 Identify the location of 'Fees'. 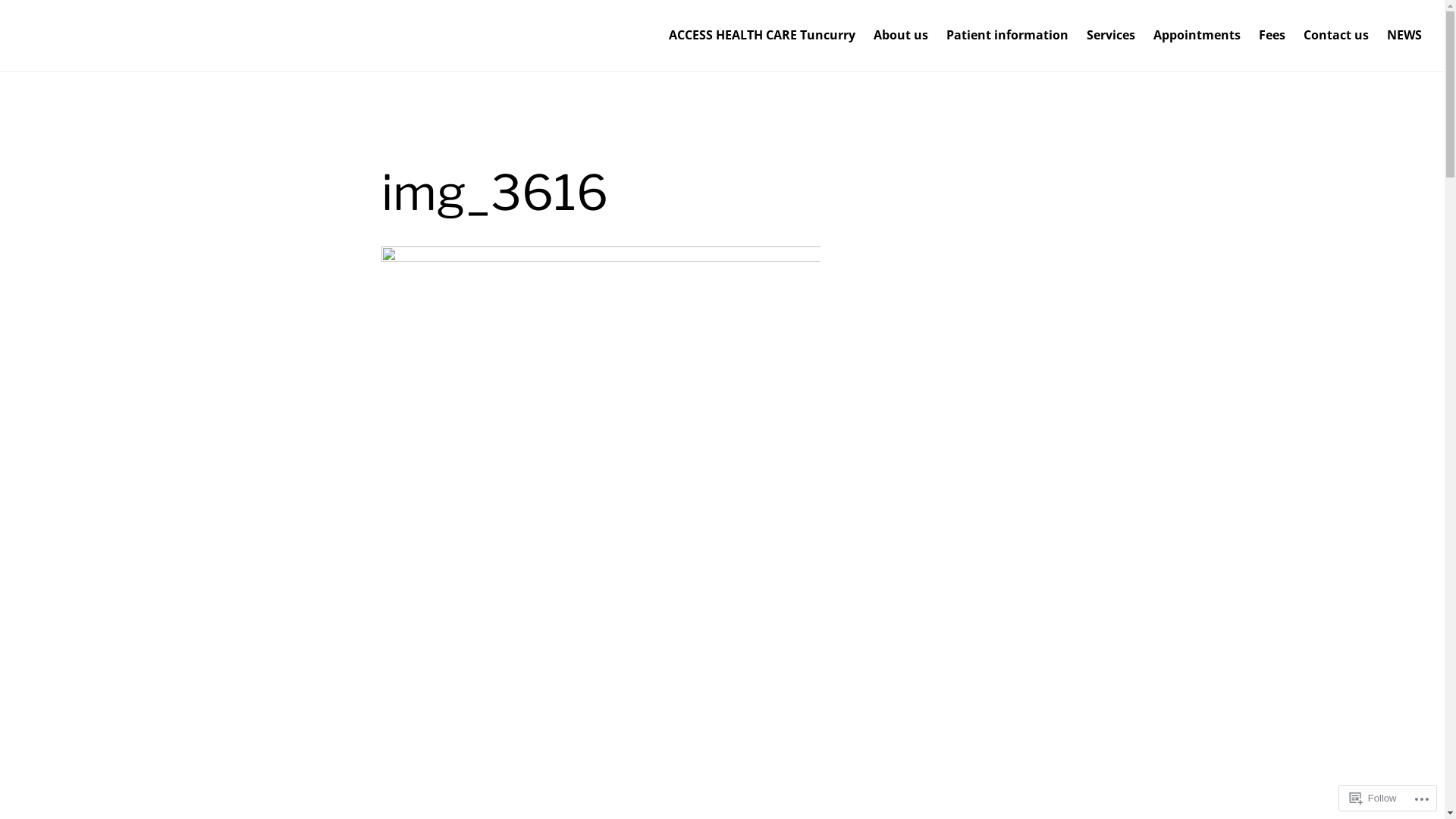
(1259, 34).